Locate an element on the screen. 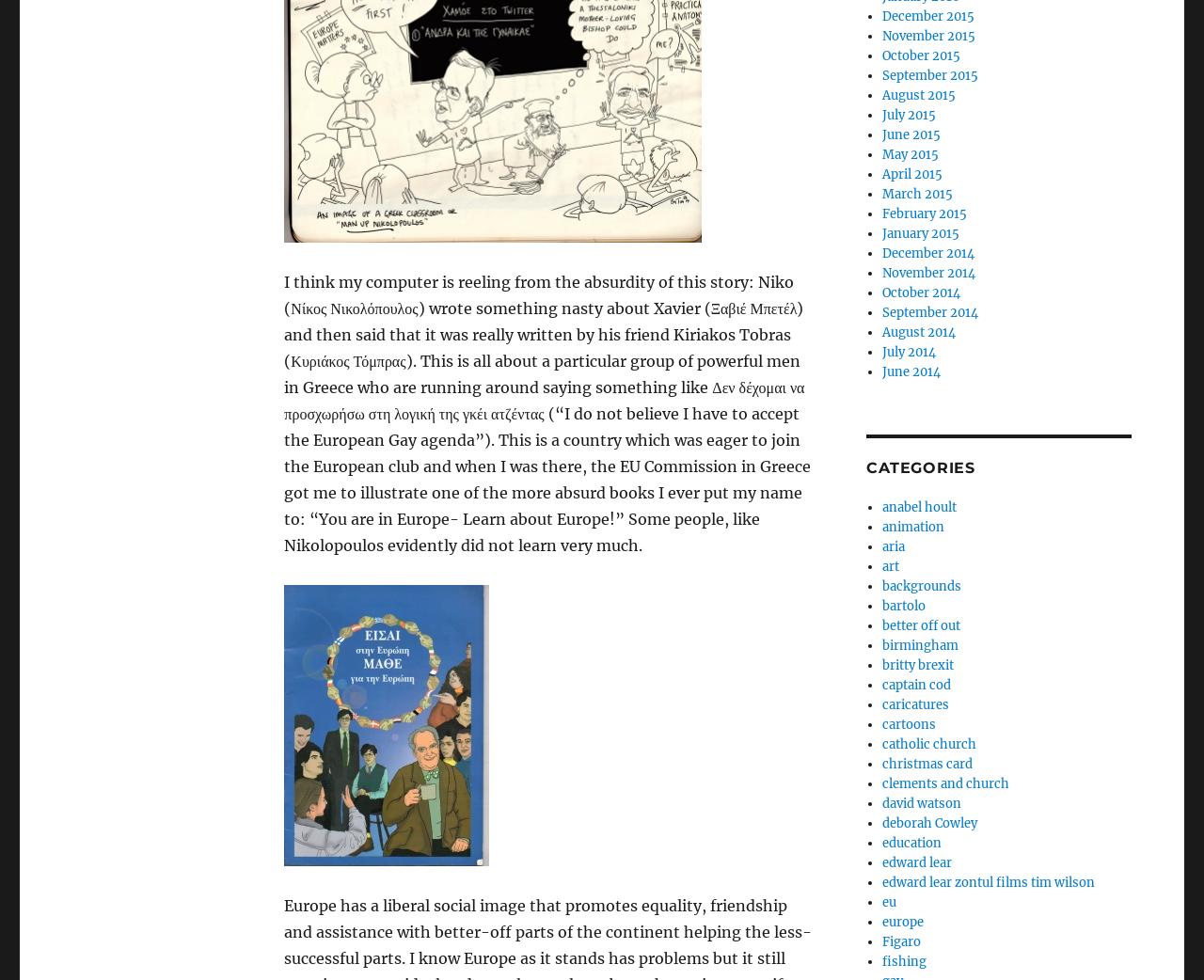 The width and height of the screenshot is (1204, 980). 'art' is located at coordinates (889, 565).